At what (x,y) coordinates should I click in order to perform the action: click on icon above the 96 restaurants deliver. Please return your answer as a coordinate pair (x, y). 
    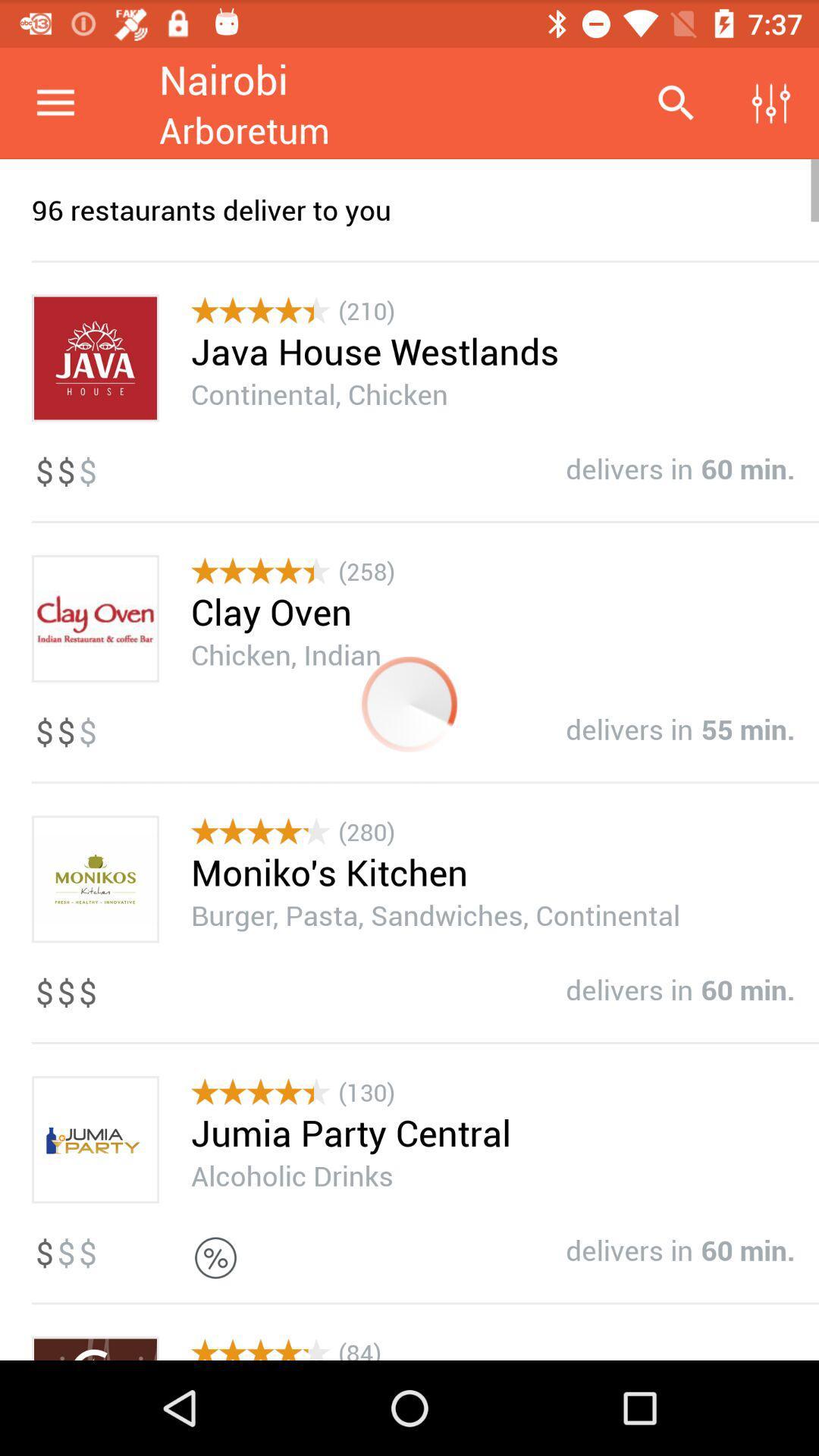
    Looking at the image, I should click on (675, 102).